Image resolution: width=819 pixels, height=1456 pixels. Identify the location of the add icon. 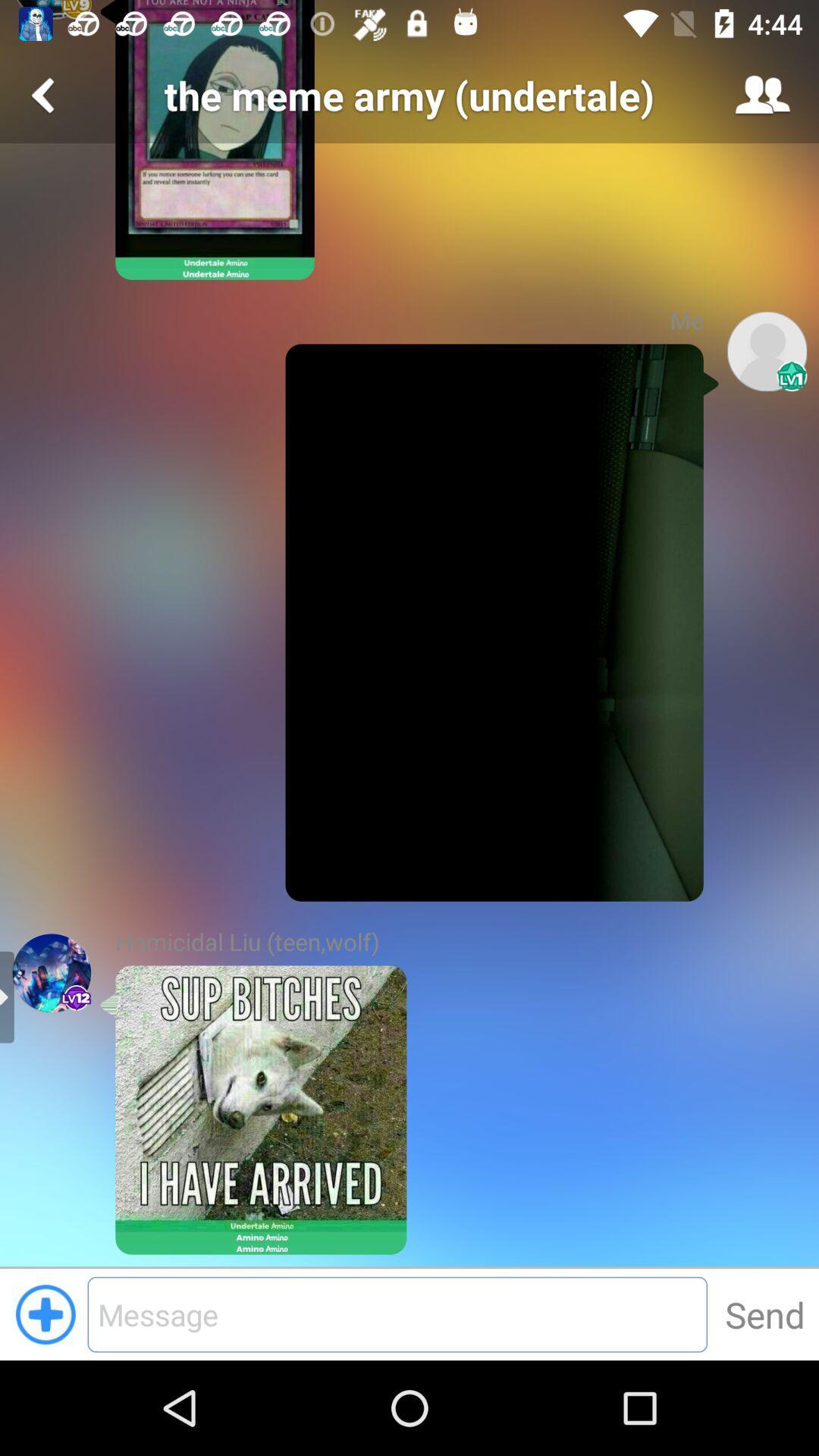
(45, 1313).